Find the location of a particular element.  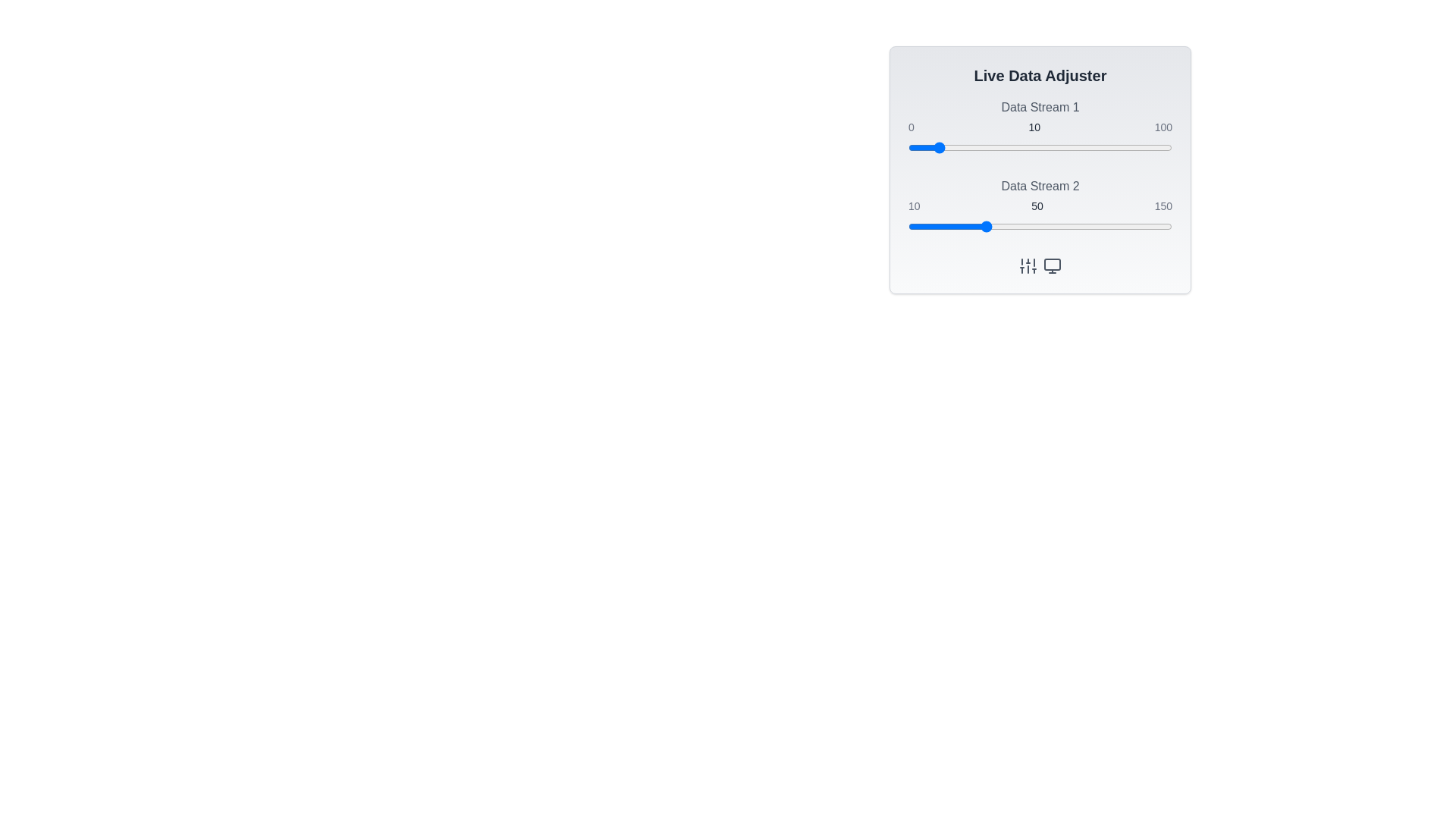

the Data Stream 1 value is located at coordinates (955, 148).